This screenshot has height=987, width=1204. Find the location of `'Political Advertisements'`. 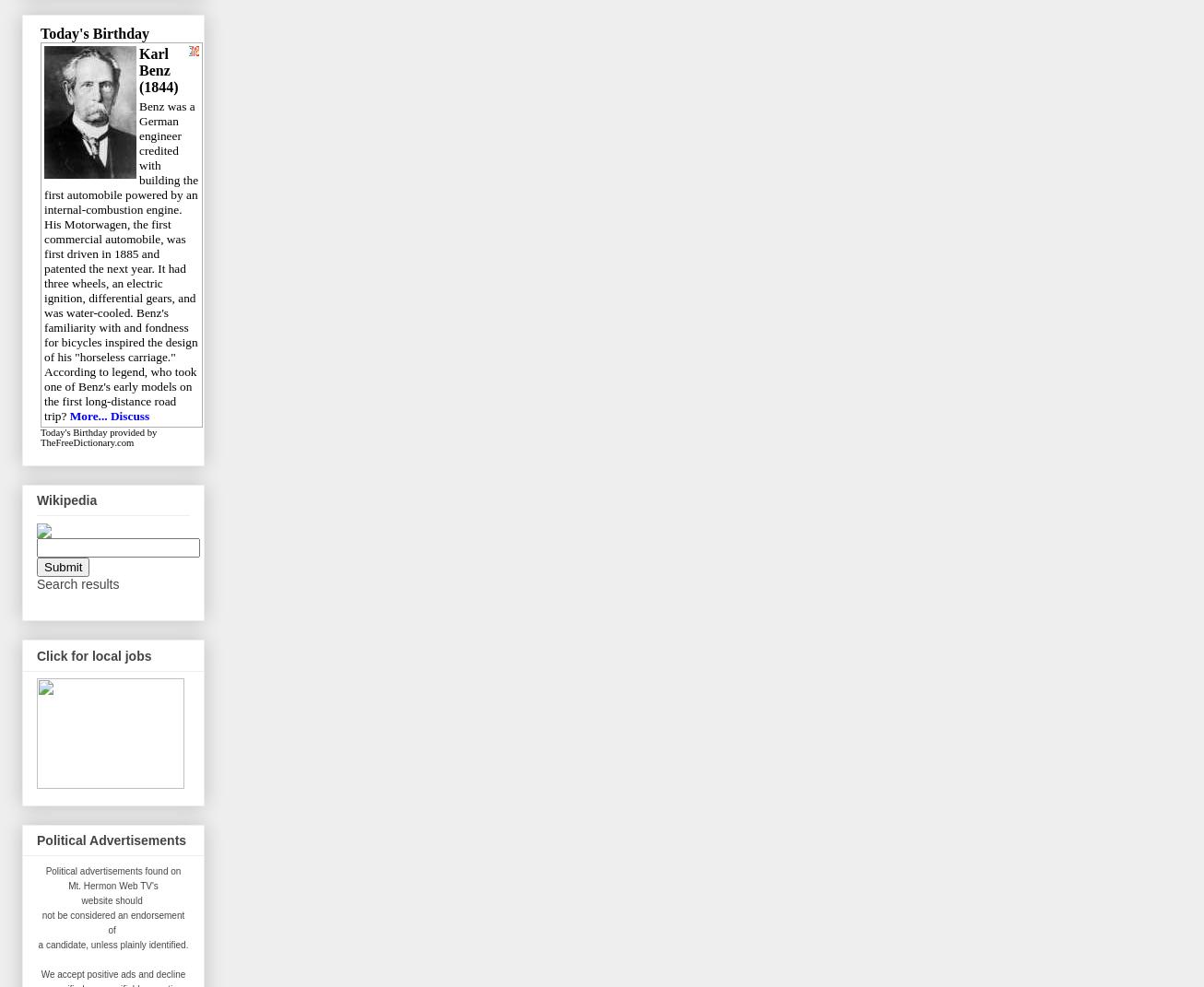

'Political Advertisements' is located at coordinates (110, 840).